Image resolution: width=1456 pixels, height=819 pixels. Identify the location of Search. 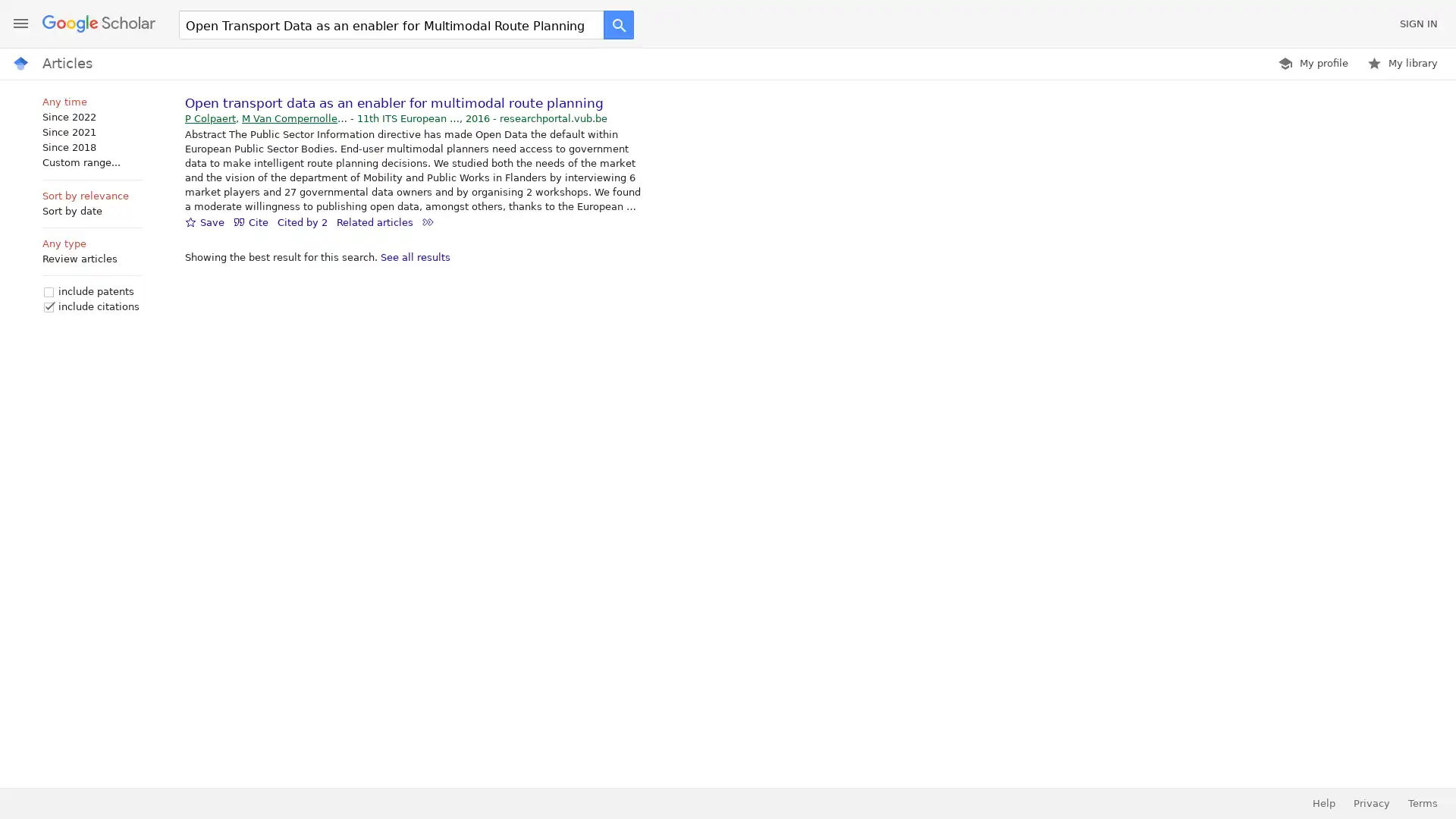
(619, 25).